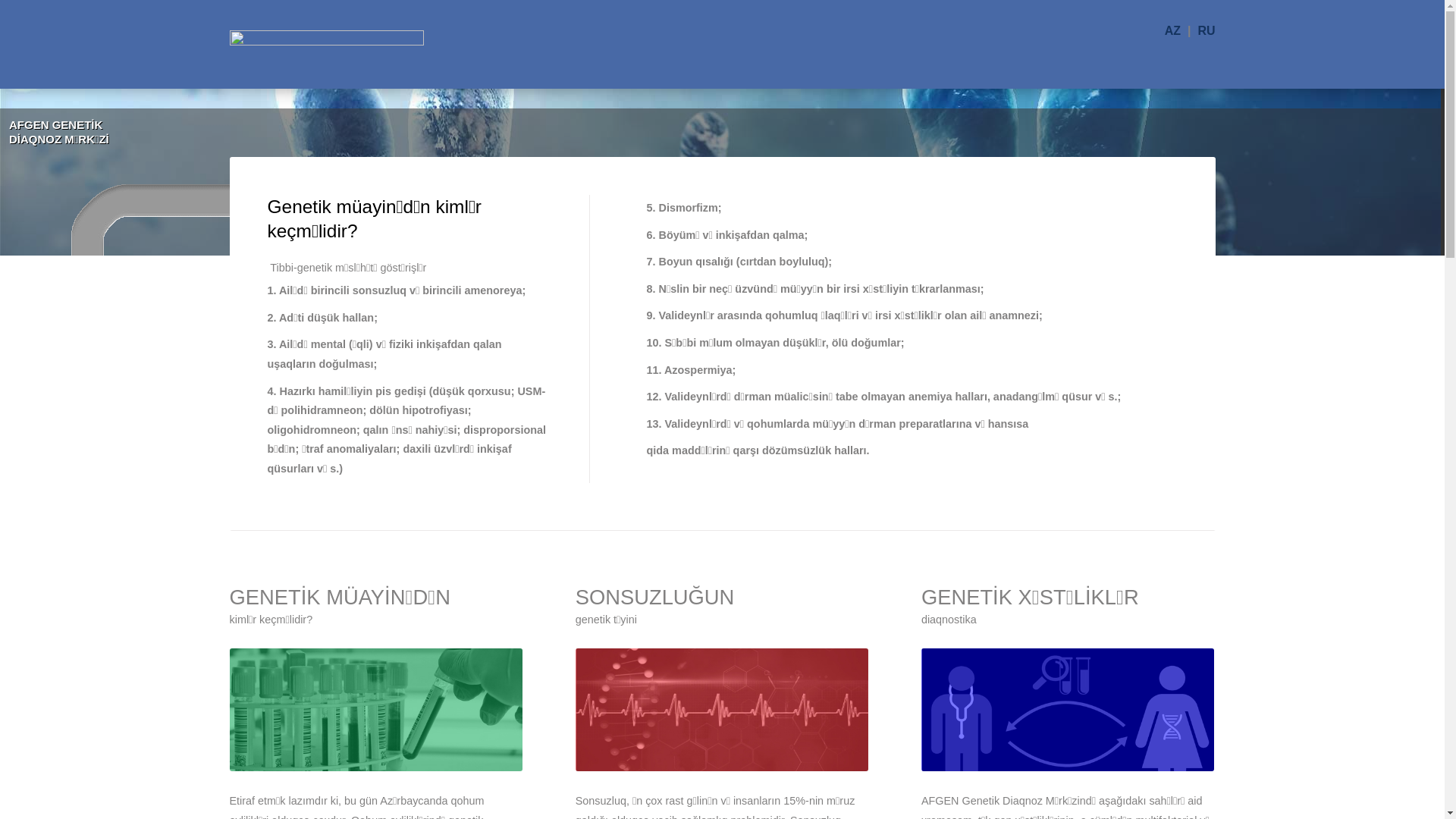  Describe the element at coordinates (1175, 30) in the screenshot. I see `'AZ '` at that location.